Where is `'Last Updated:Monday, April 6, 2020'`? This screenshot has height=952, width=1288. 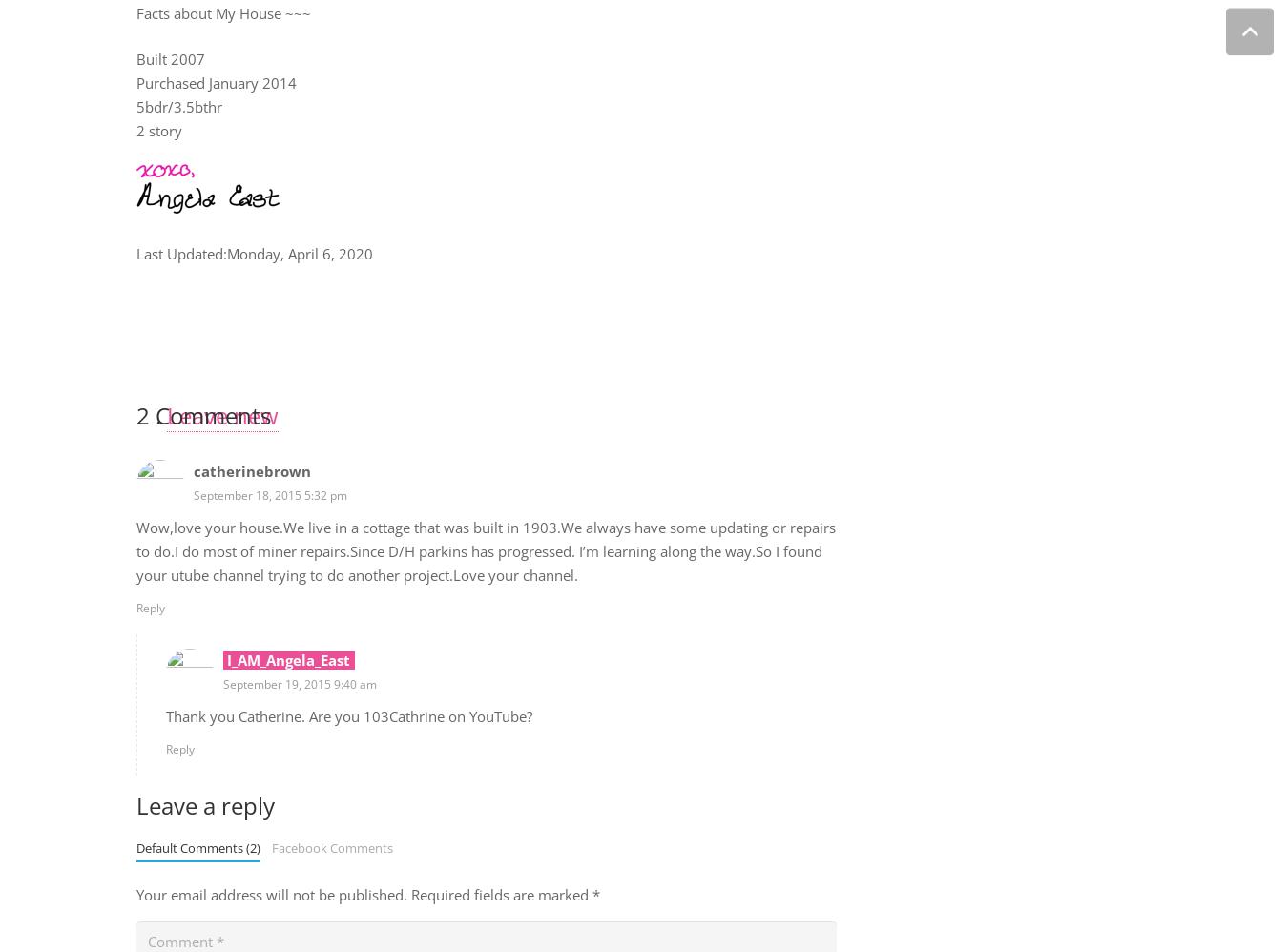 'Last Updated:Monday, April 6, 2020' is located at coordinates (252, 251).